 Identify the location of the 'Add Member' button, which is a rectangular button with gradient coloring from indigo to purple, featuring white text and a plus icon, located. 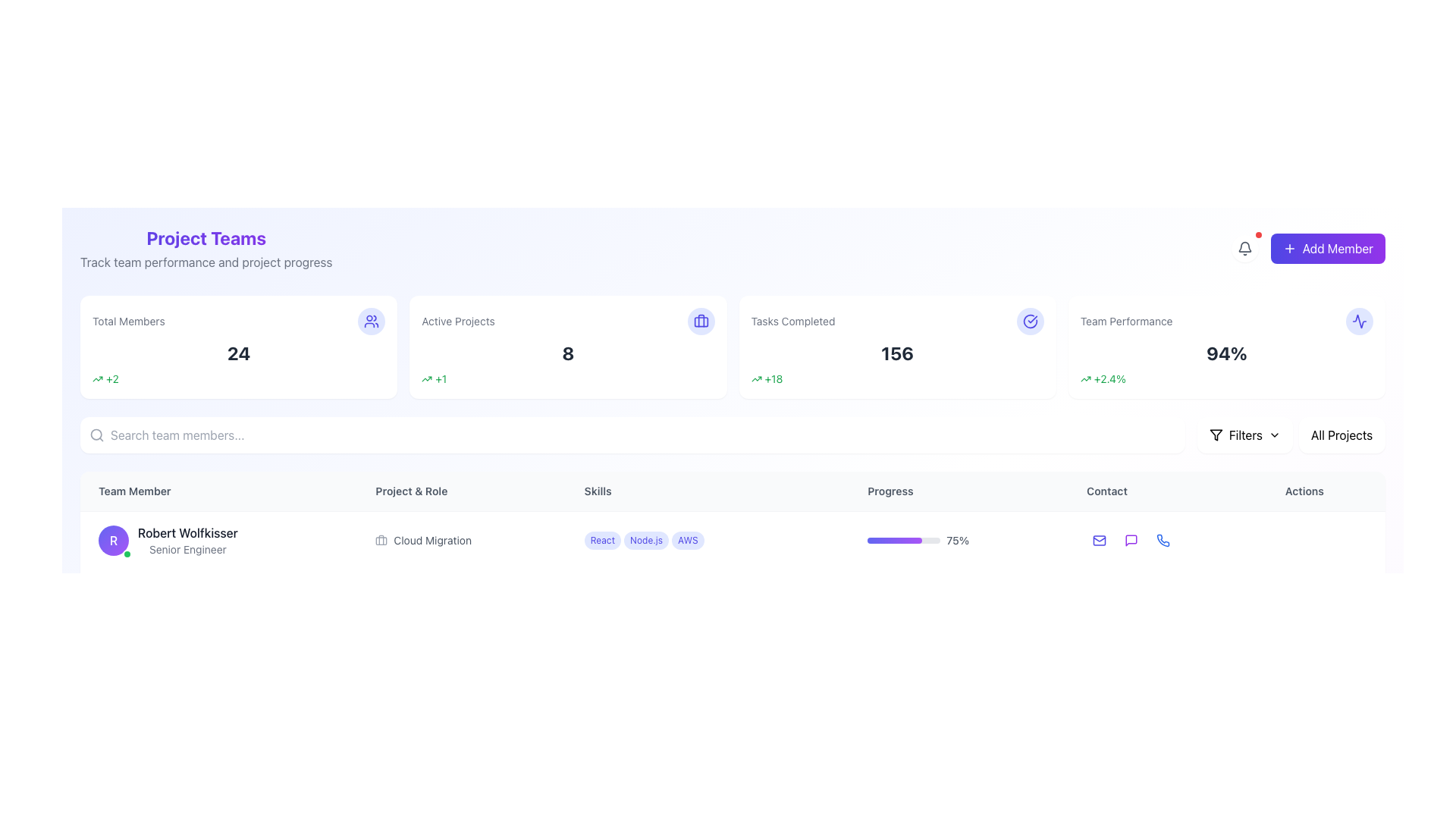
(1307, 247).